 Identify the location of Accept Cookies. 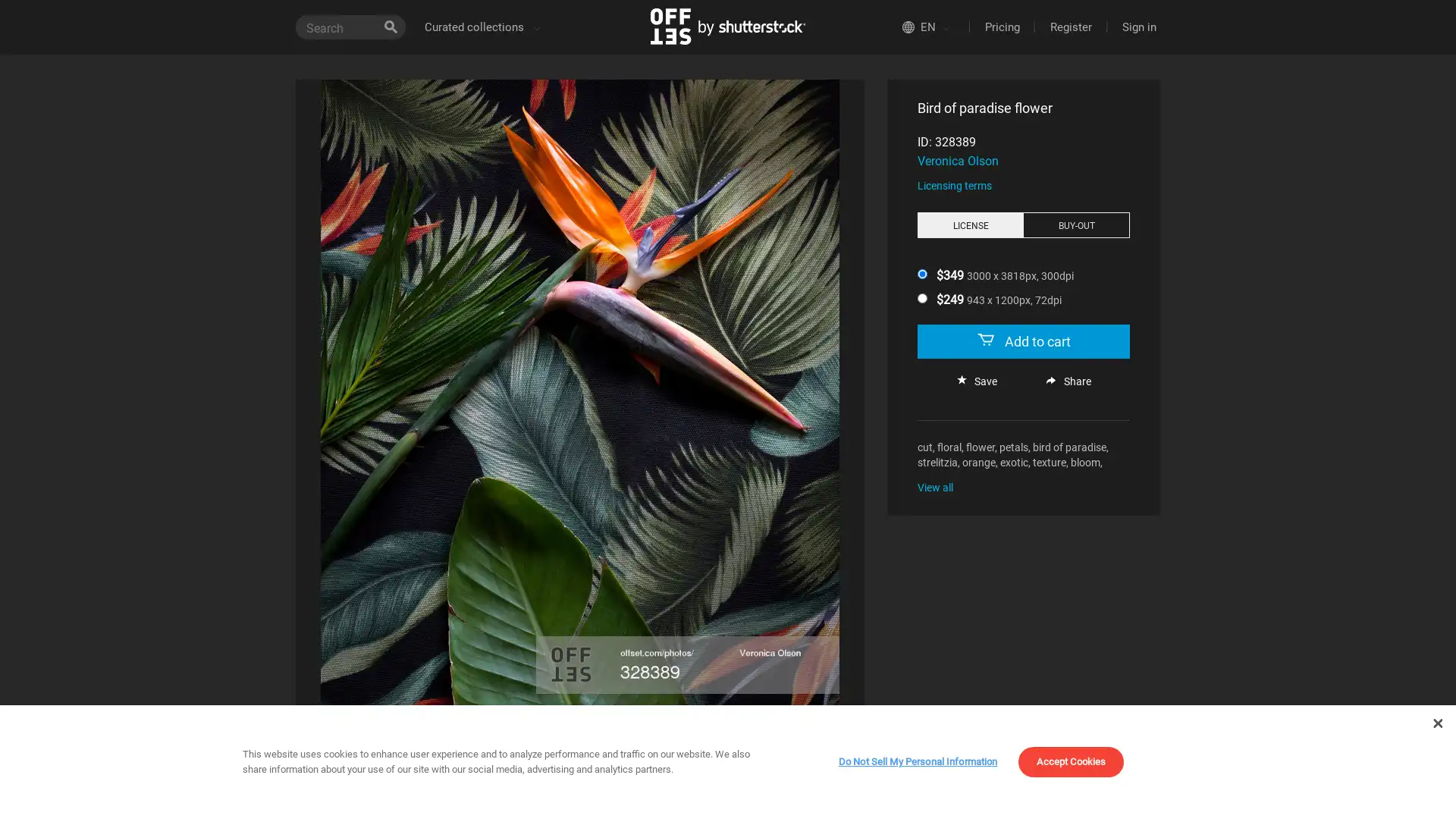
(912, 797).